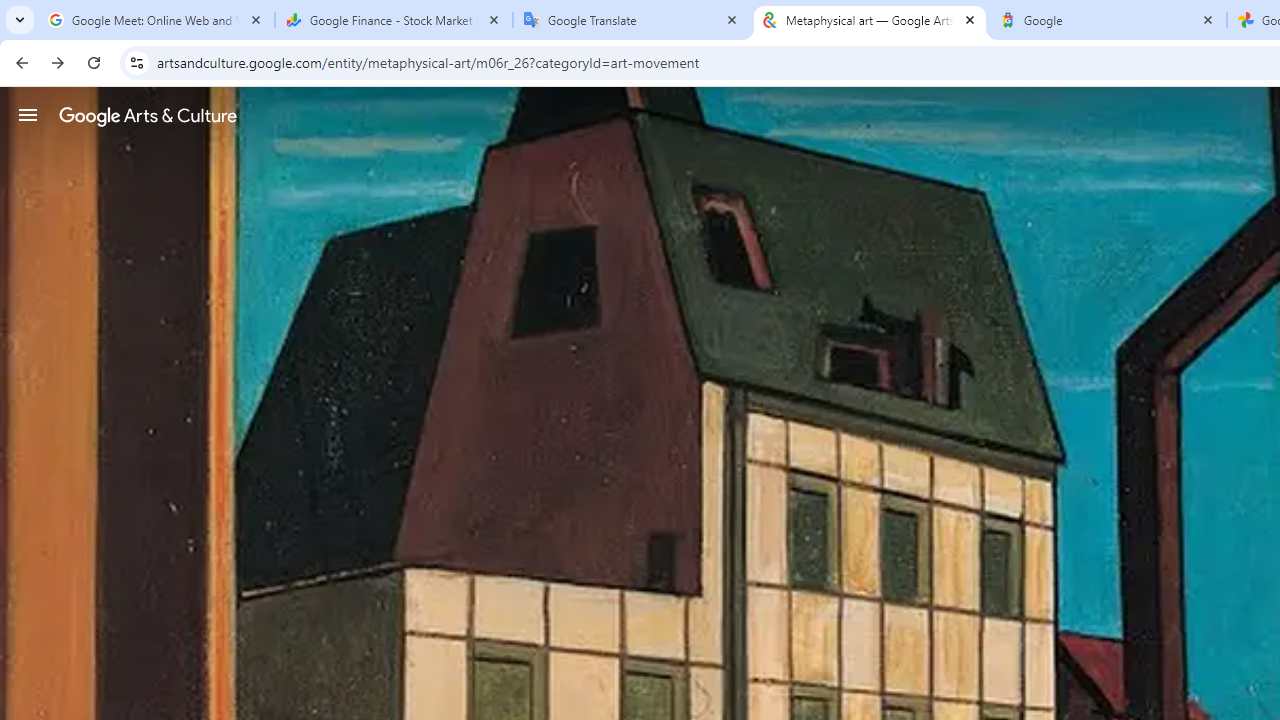  What do you see at coordinates (19, 61) in the screenshot?
I see `'Back'` at bounding box center [19, 61].